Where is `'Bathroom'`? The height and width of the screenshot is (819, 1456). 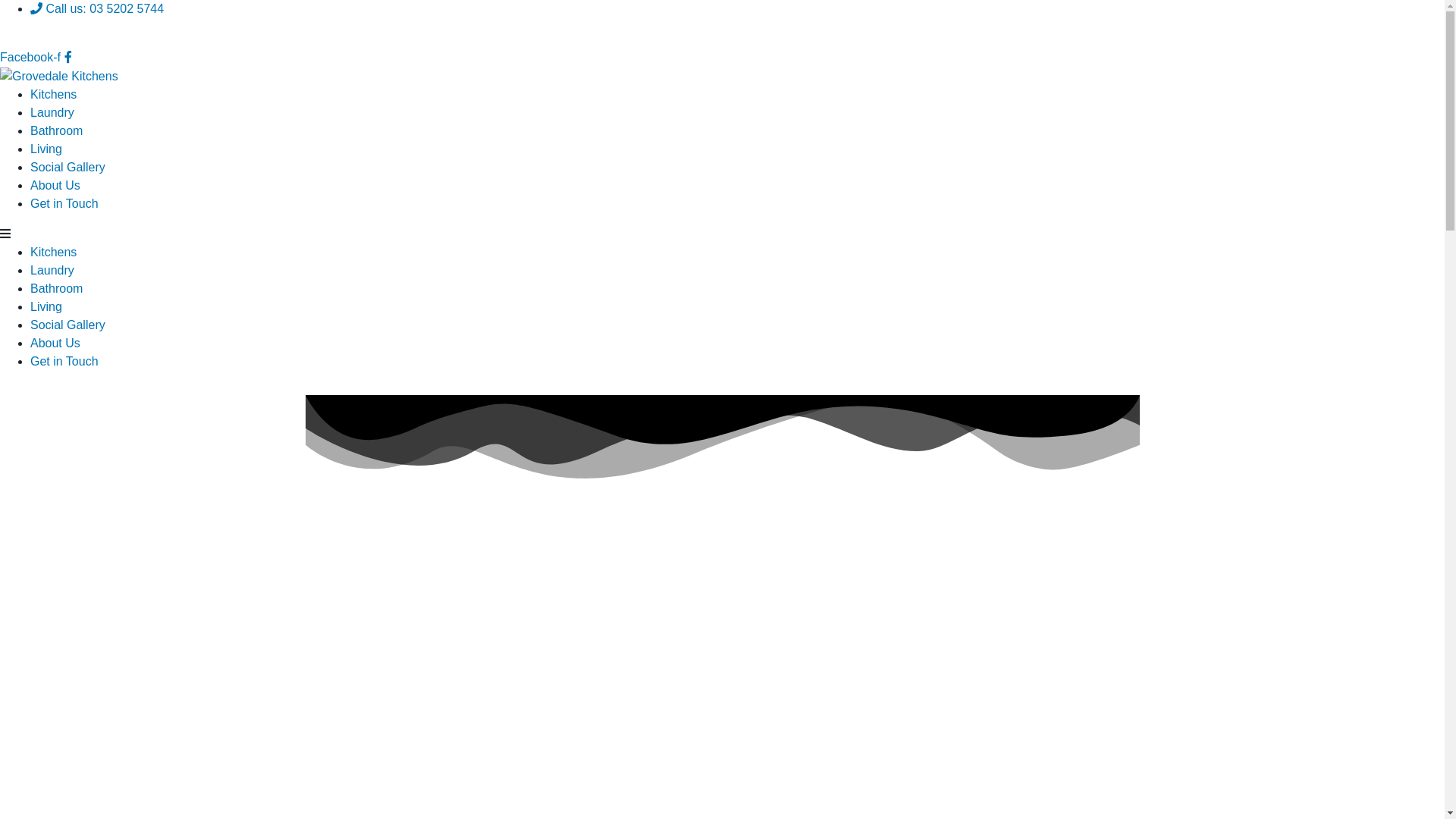 'Bathroom' is located at coordinates (56, 288).